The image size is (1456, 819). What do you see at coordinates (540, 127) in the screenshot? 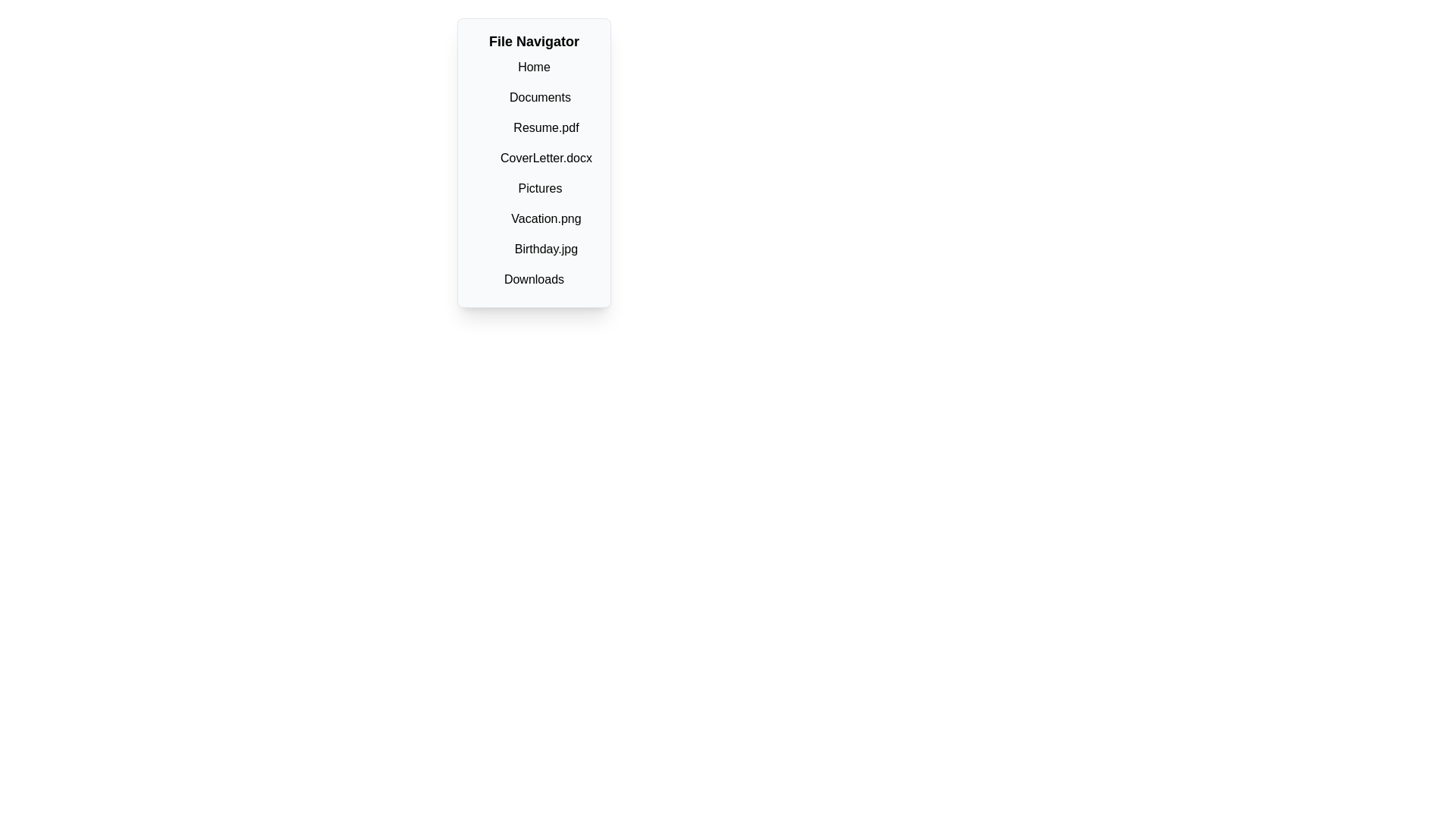
I see `the label for the file named 'Resume.pdf' located in the 'File Navigator' section, specifically the second item under the 'Documents' header` at bounding box center [540, 127].